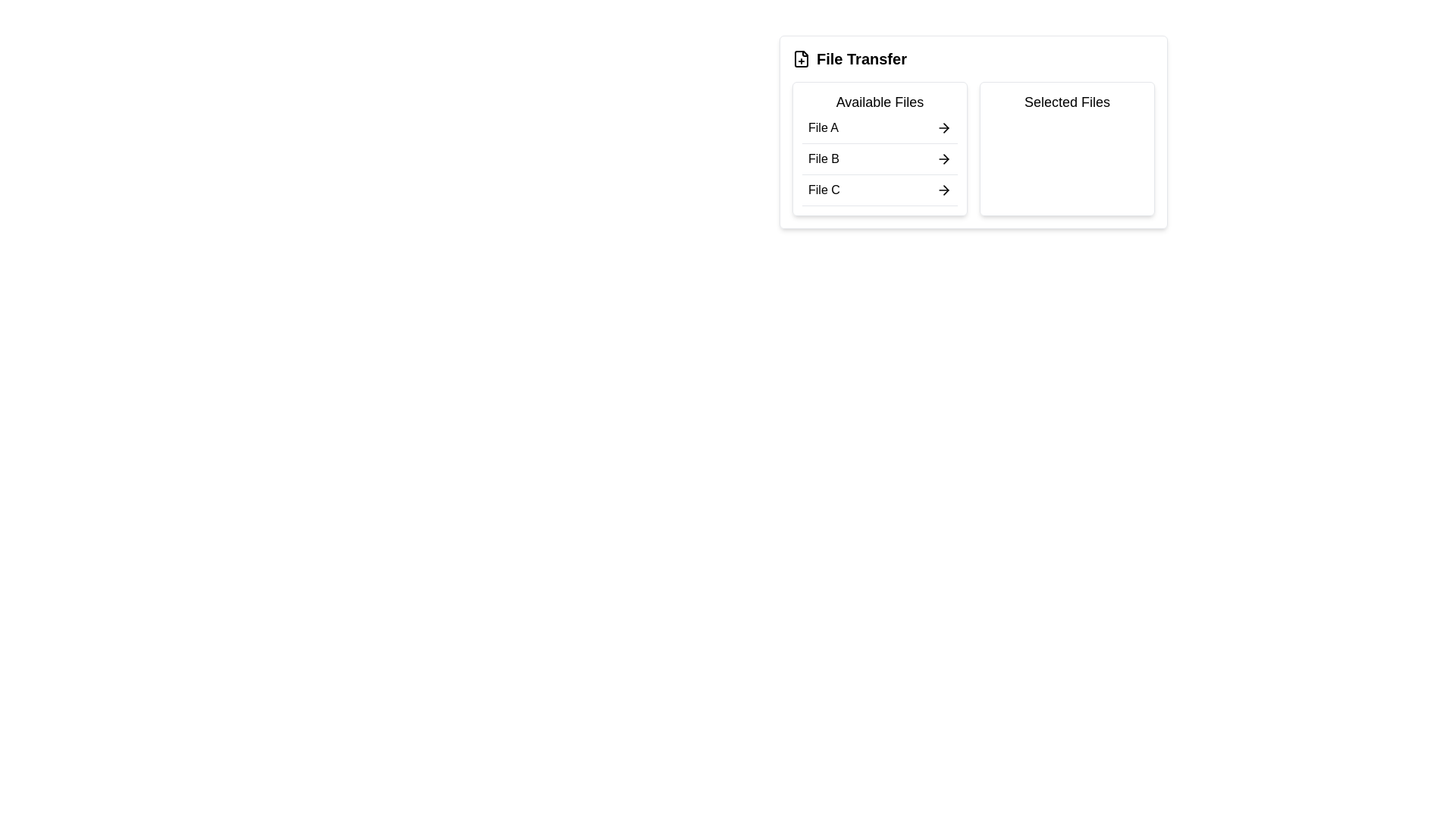 The width and height of the screenshot is (1456, 819). What do you see at coordinates (946, 158) in the screenshot?
I see `the arrow icon that represents the action of transferring a file from 'Available Files' to 'Selected Files', located adjacent to the 'File B' label in the 'Available Files' section` at bounding box center [946, 158].